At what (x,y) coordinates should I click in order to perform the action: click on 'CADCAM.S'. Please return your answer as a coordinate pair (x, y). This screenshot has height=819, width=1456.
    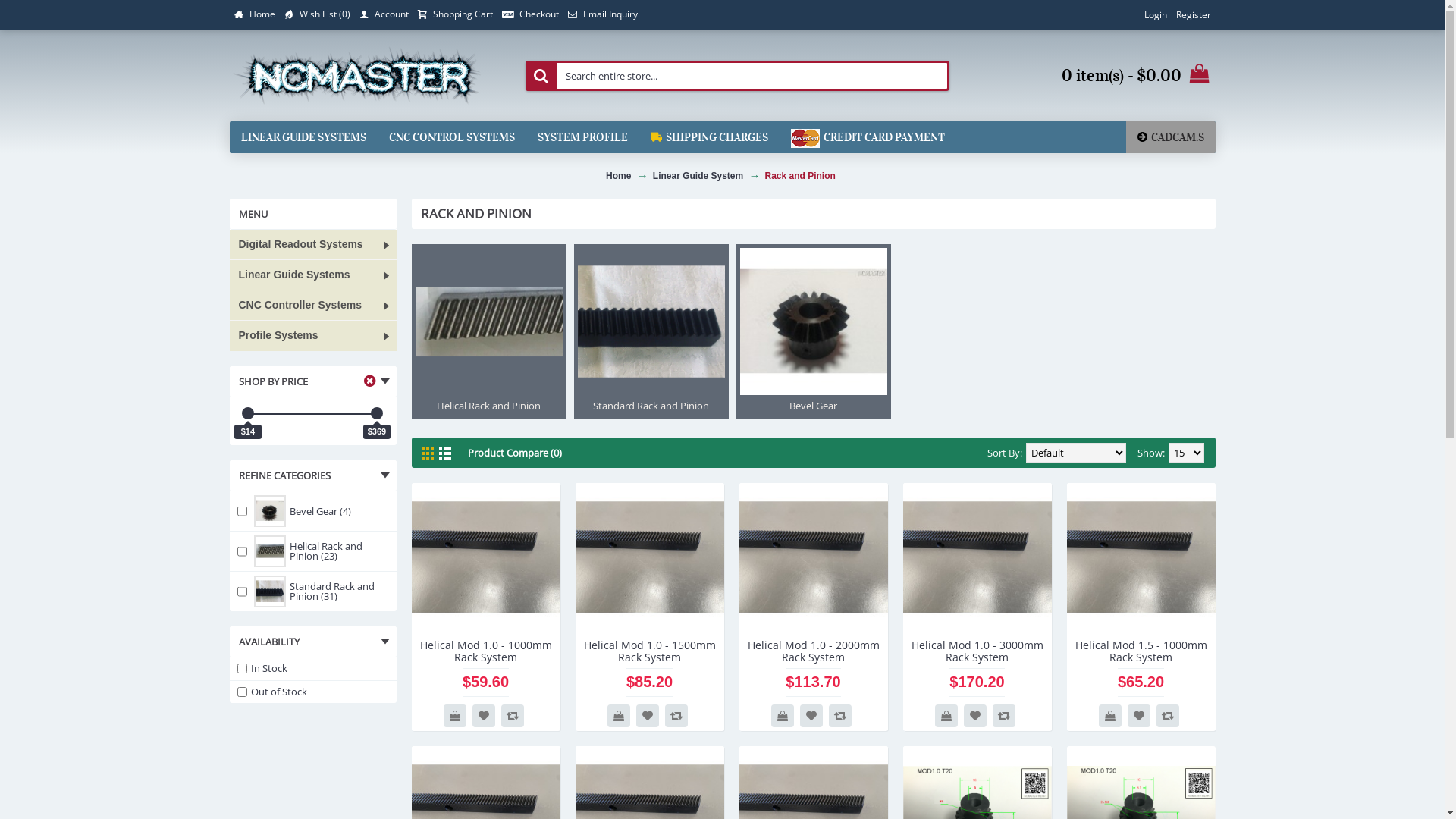
    Looking at the image, I should click on (1125, 137).